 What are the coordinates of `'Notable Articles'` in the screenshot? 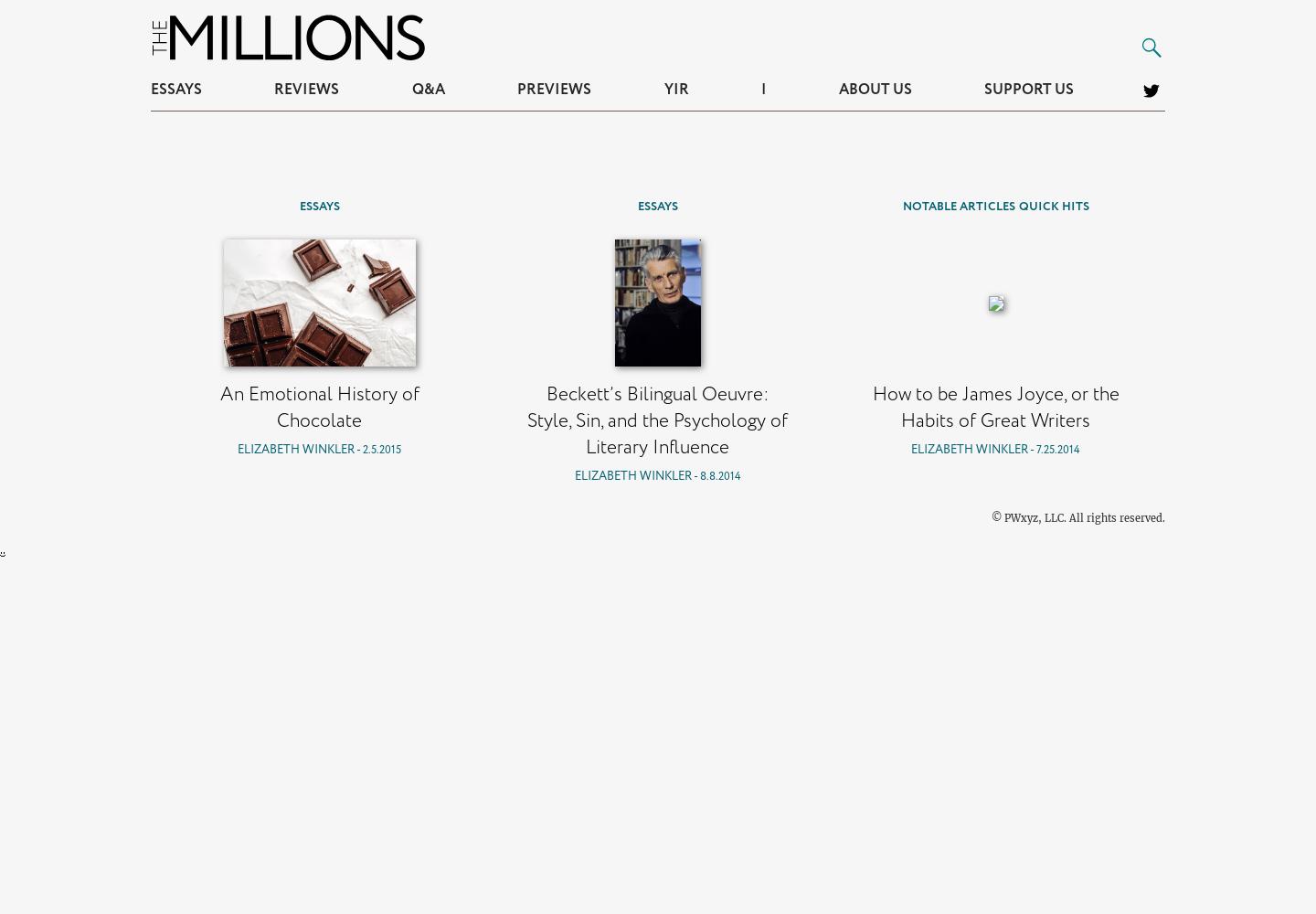 It's located at (900, 206).